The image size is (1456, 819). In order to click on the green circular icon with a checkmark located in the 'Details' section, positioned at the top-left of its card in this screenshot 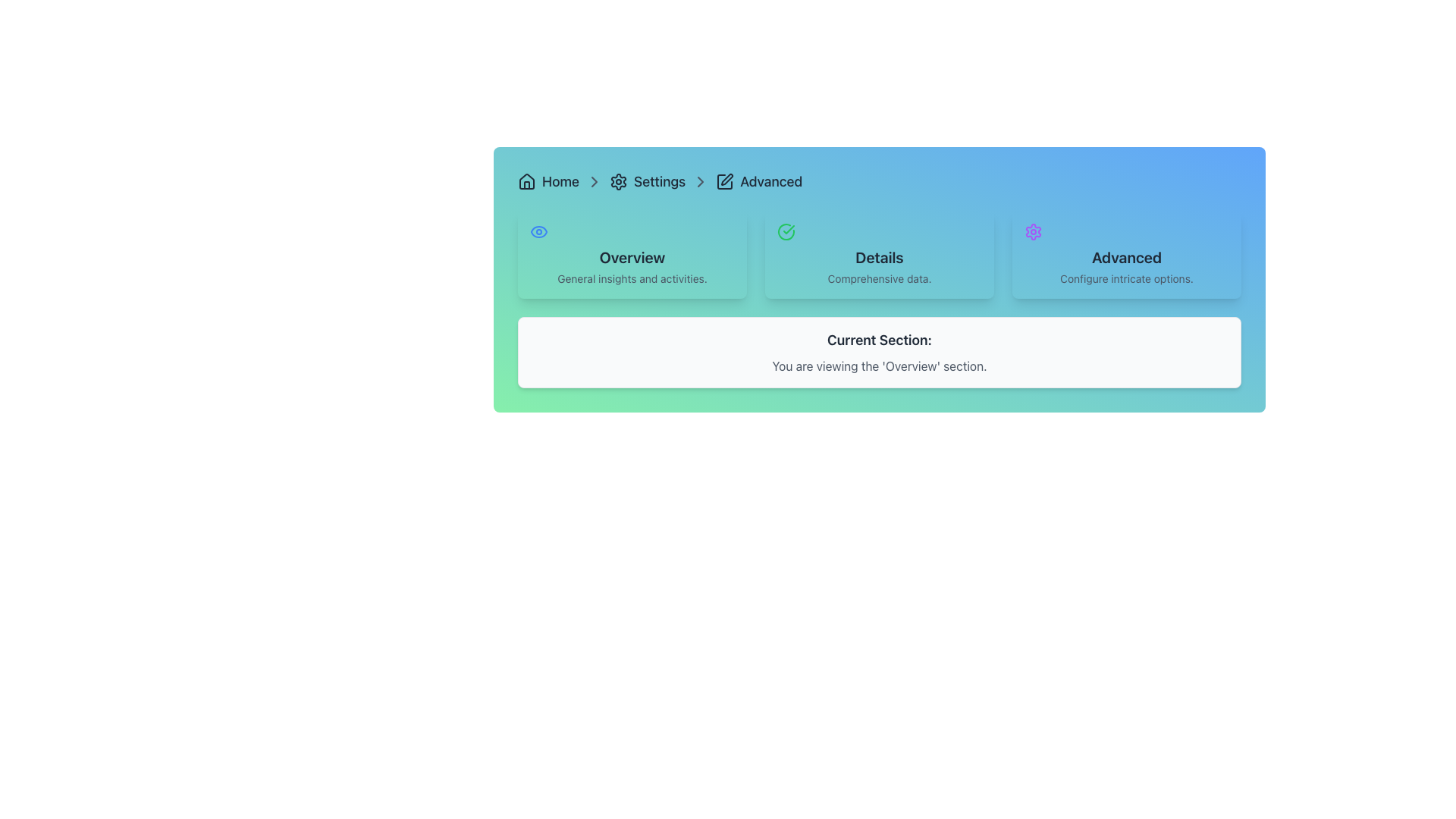, I will do `click(786, 231)`.